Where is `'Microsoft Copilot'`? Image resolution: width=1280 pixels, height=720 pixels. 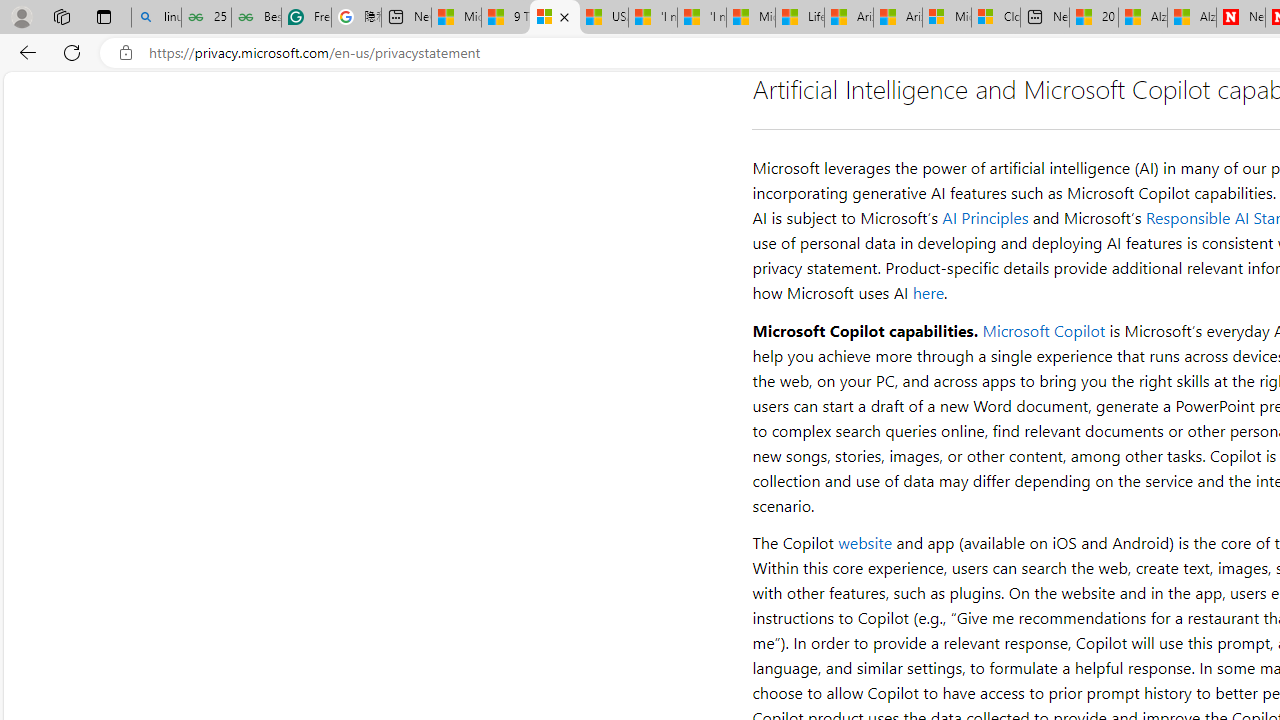 'Microsoft Copilot' is located at coordinates (1042, 329).